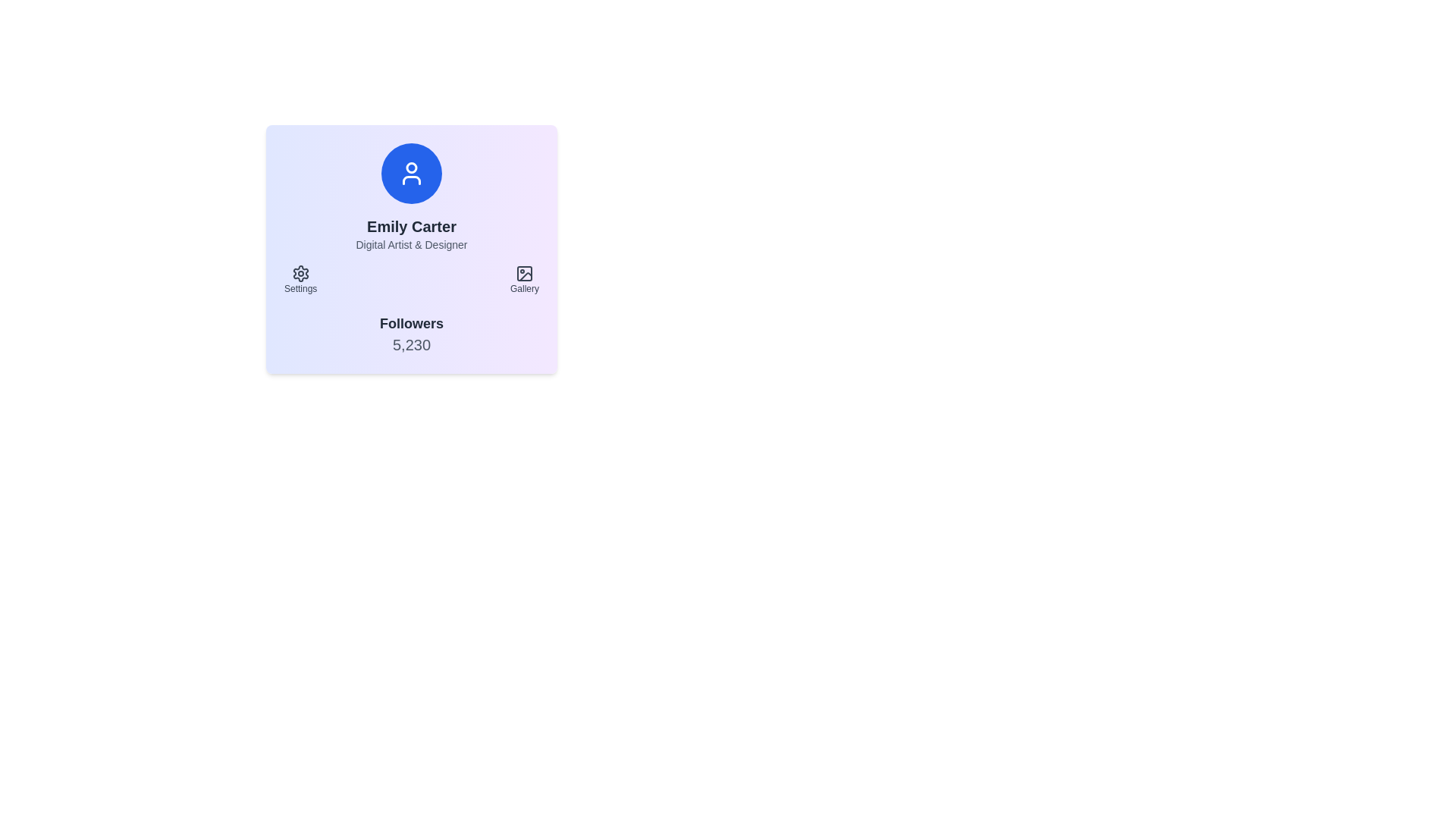 The height and width of the screenshot is (819, 1456). I want to click on the 'Followers' text display section located at the bottom of the profile card, which shows the label 'Followers' and the number '5,230', so click(411, 333).